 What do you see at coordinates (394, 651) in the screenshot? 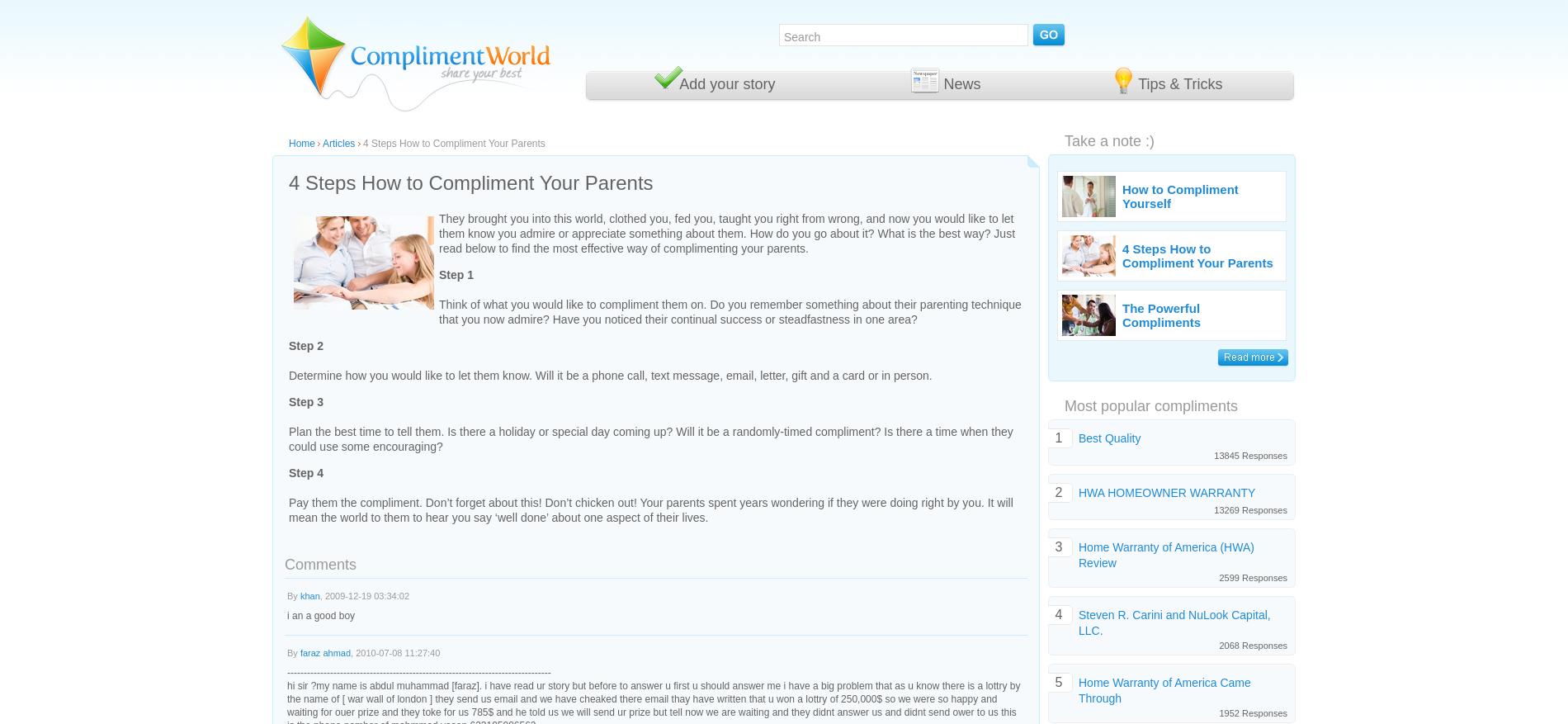
I see `', 2010-07-08 11:27:40'` at bounding box center [394, 651].